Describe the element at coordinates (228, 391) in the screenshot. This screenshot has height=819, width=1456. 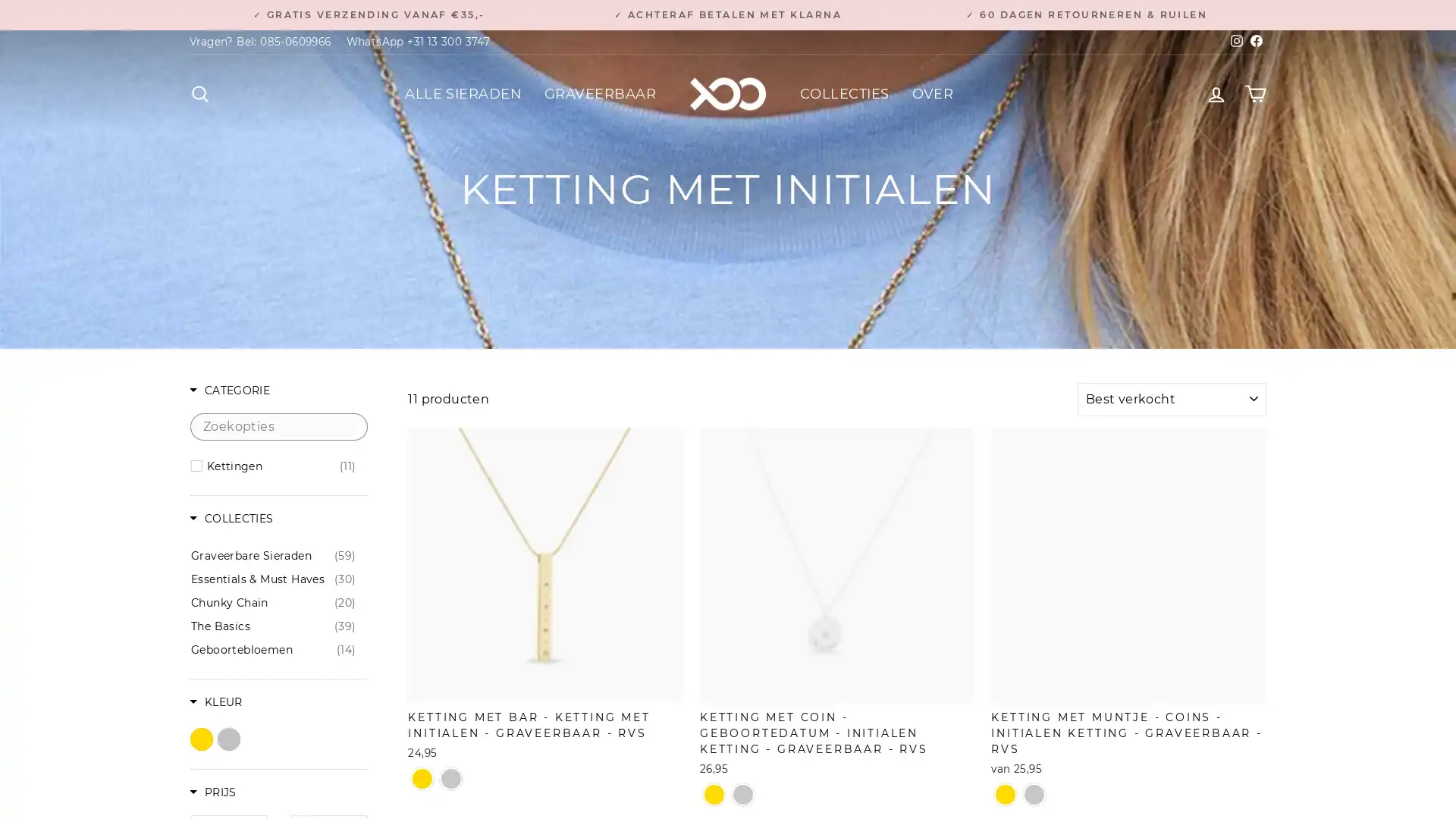
I see `Filter by Categorie` at that location.